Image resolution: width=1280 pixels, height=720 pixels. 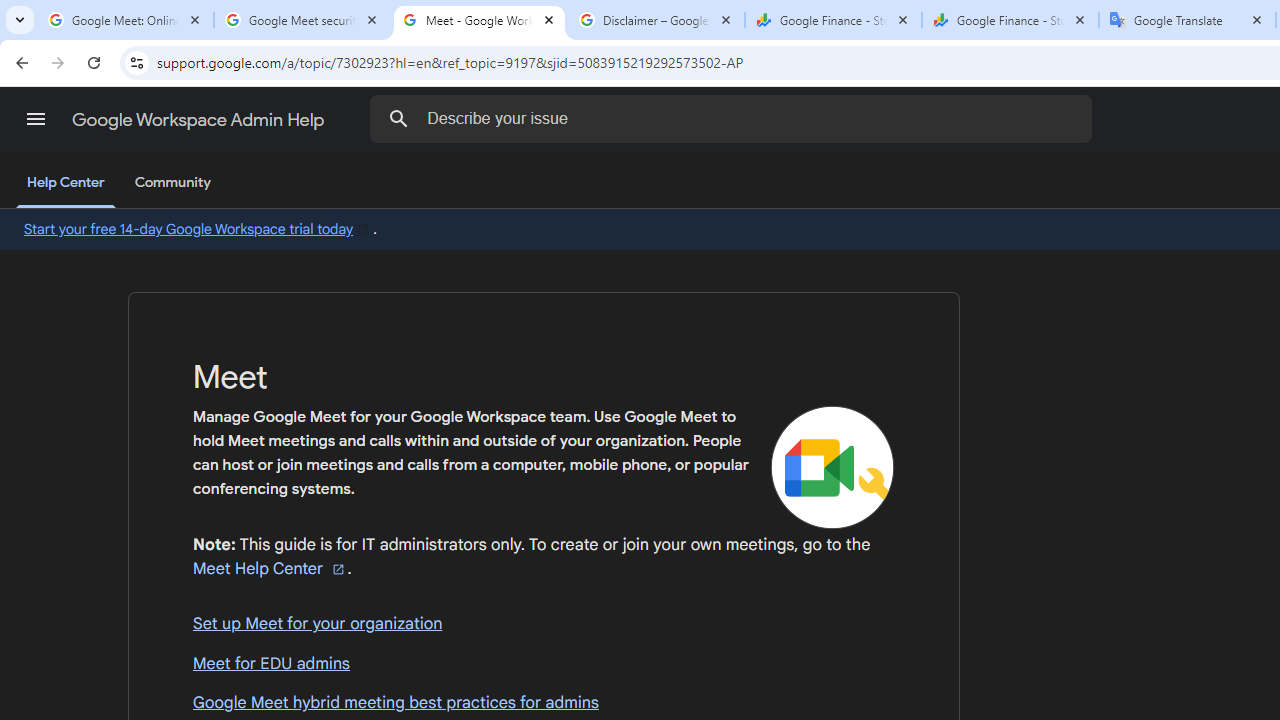 What do you see at coordinates (734, 118) in the screenshot?
I see `'Describe your issue'` at bounding box center [734, 118].